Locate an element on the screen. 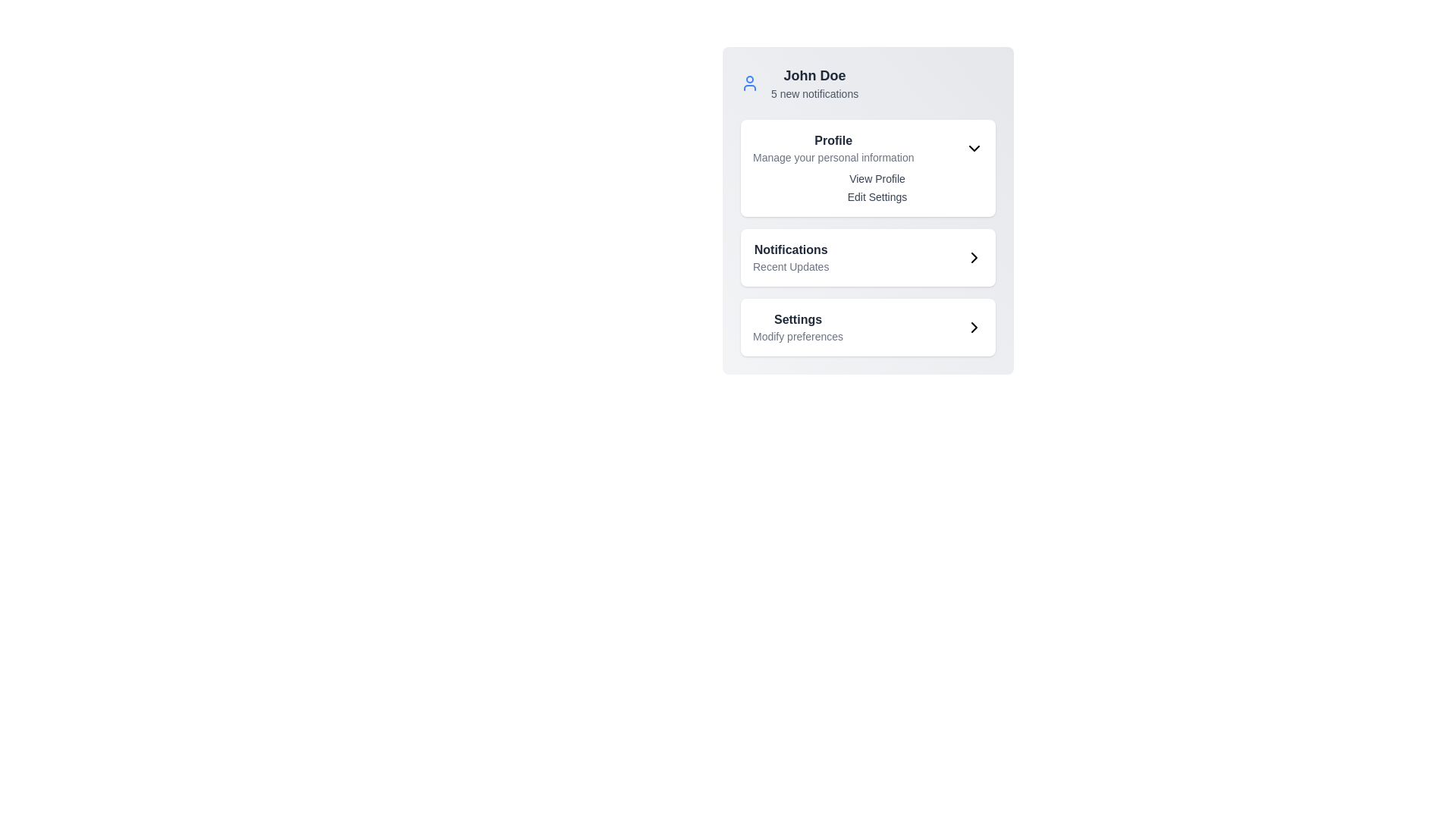 The width and height of the screenshot is (1456, 819). the navigational icon located in the 'Notifications' section, adjacent to the 'Notifications' and 'Recent Updates' text is located at coordinates (974, 256).